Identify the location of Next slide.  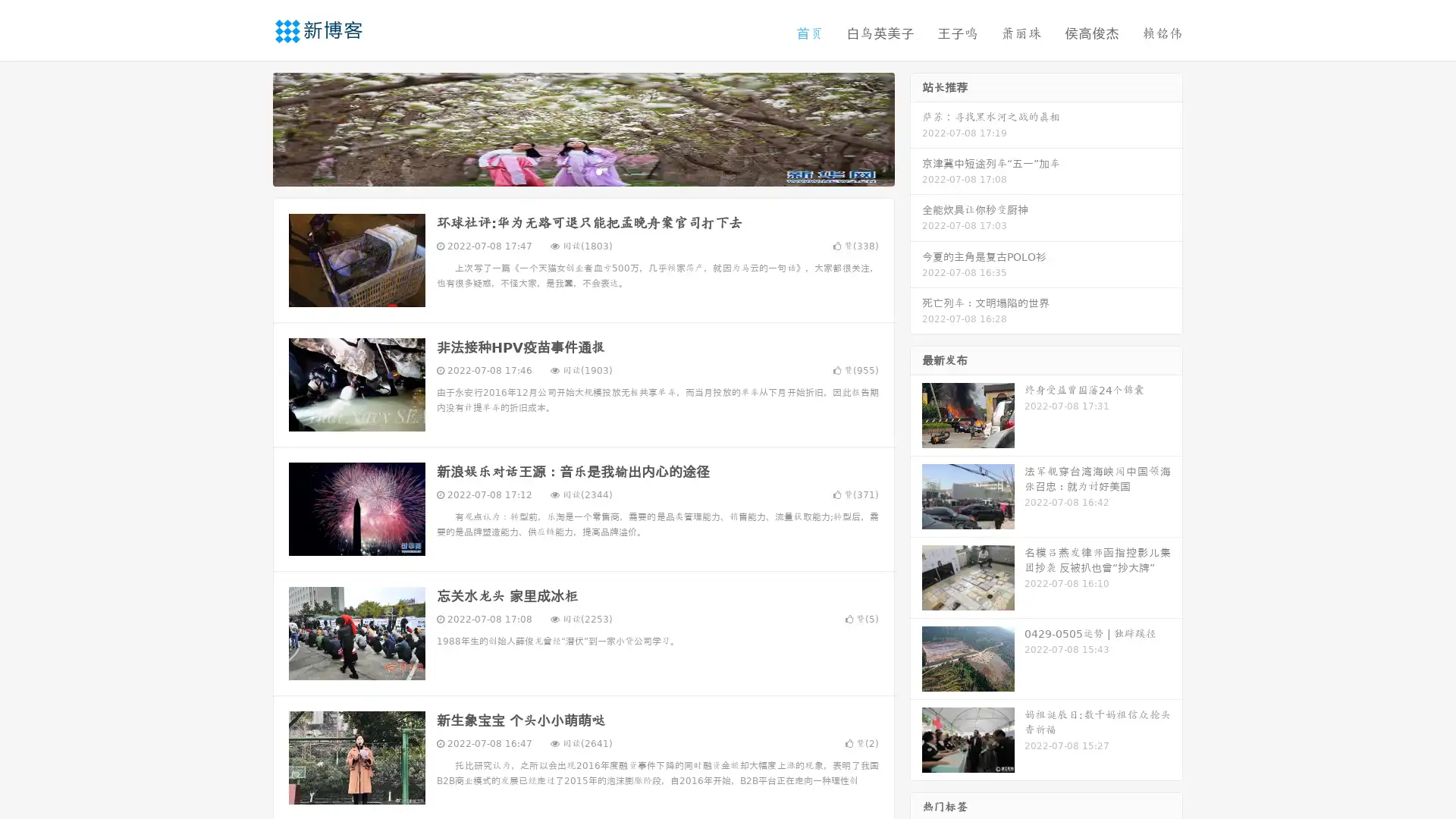
(916, 127).